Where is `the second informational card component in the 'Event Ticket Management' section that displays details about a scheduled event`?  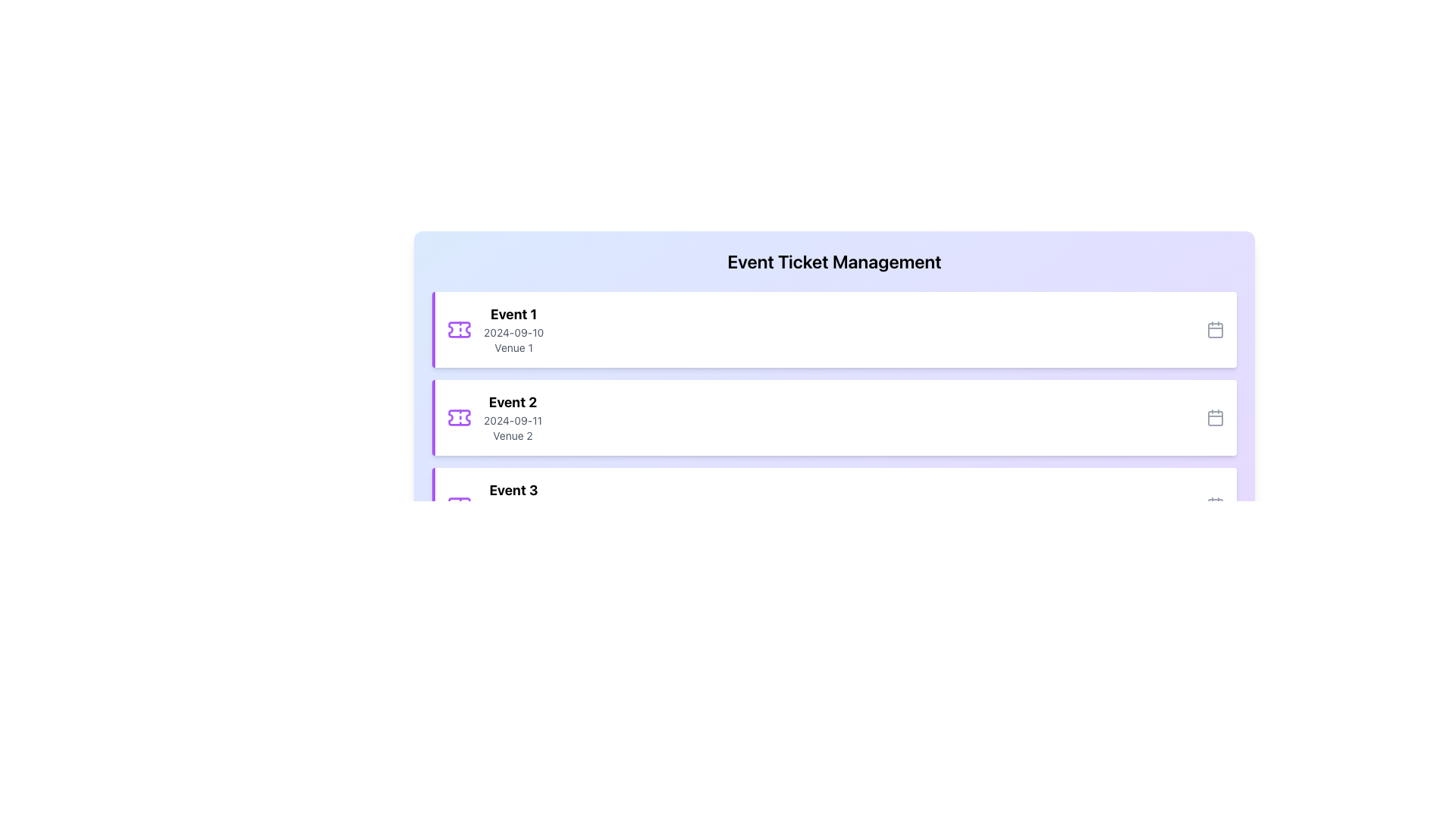 the second informational card component in the 'Event Ticket Management' section that displays details about a scheduled event is located at coordinates (513, 418).